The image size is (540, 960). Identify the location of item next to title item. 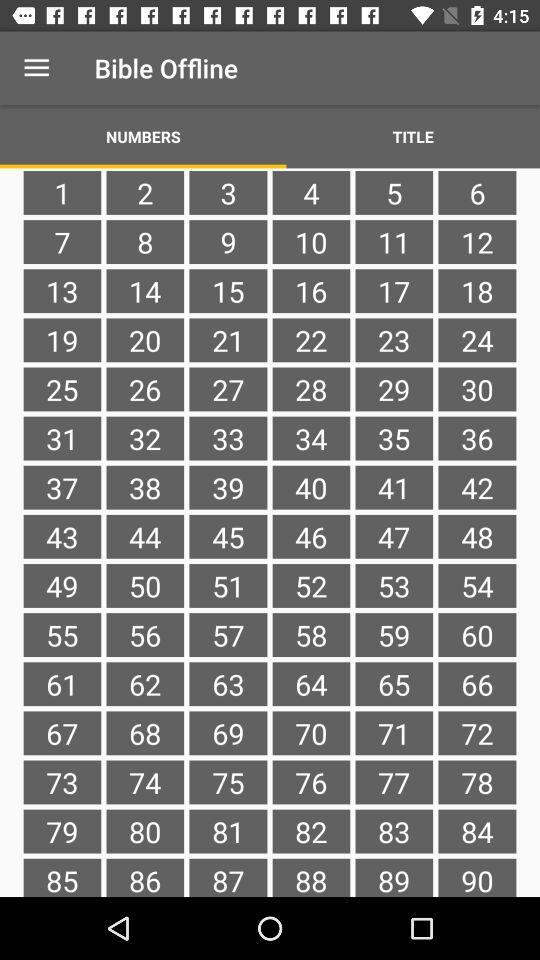
(142, 135).